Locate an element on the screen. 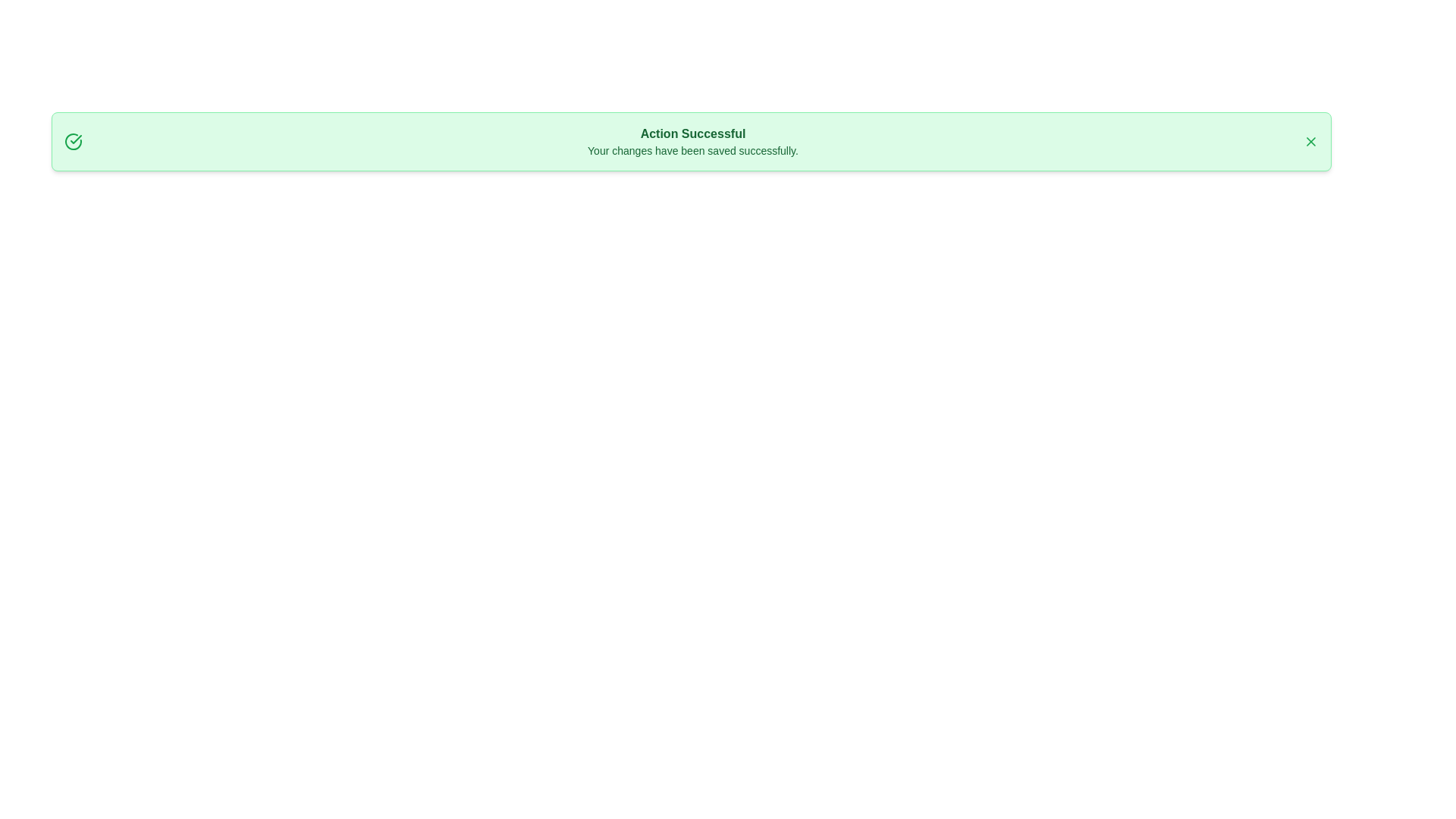 The image size is (1456, 819). the background area outside the alert box to test interaction is located at coordinates (37, 37).